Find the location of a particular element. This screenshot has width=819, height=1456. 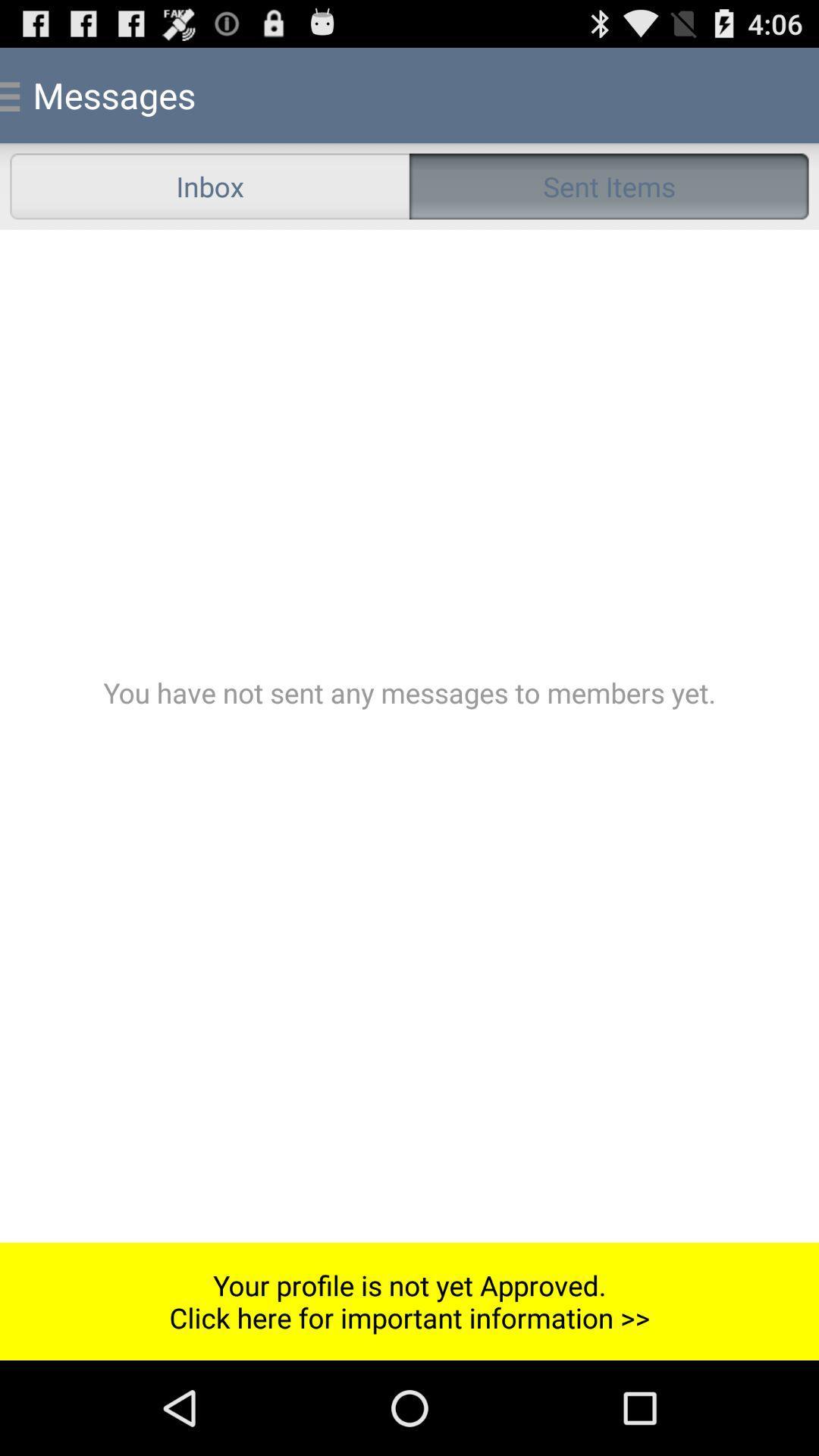

icon next to the sent items radio button is located at coordinates (209, 185).